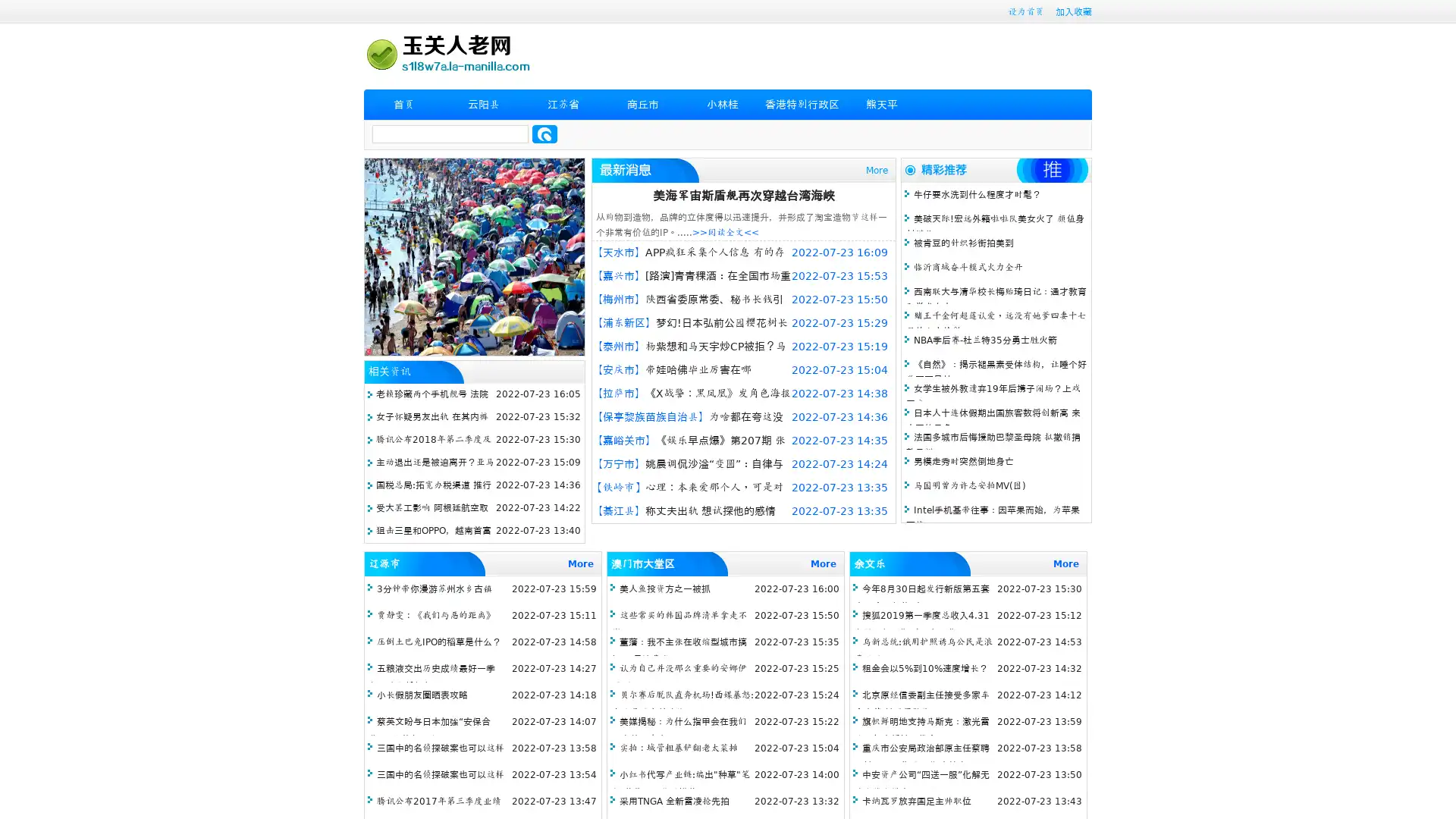 The width and height of the screenshot is (1456, 819). I want to click on Search, so click(544, 133).